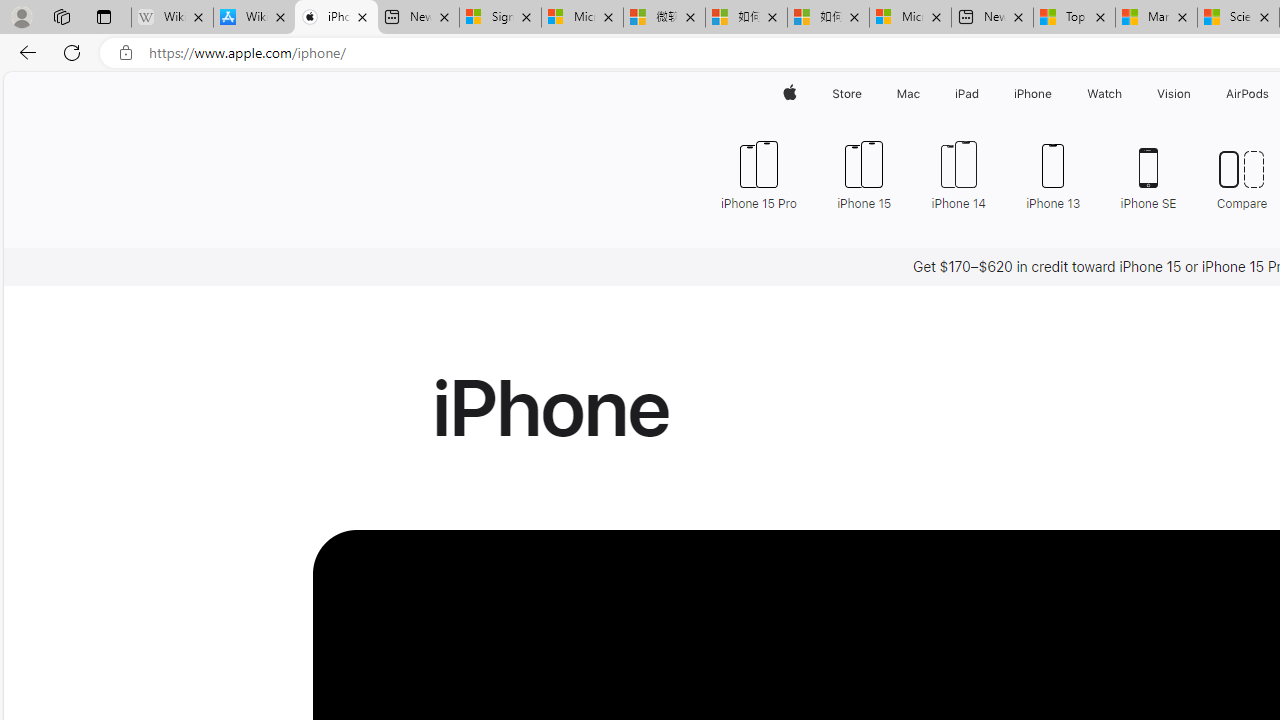 The image size is (1280, 720). What do you see at coordinates (1195, 93) in the screenshot?
I see `'Class: globalnav-submenu-trigger-item'` at bounding box center [1195, 93].